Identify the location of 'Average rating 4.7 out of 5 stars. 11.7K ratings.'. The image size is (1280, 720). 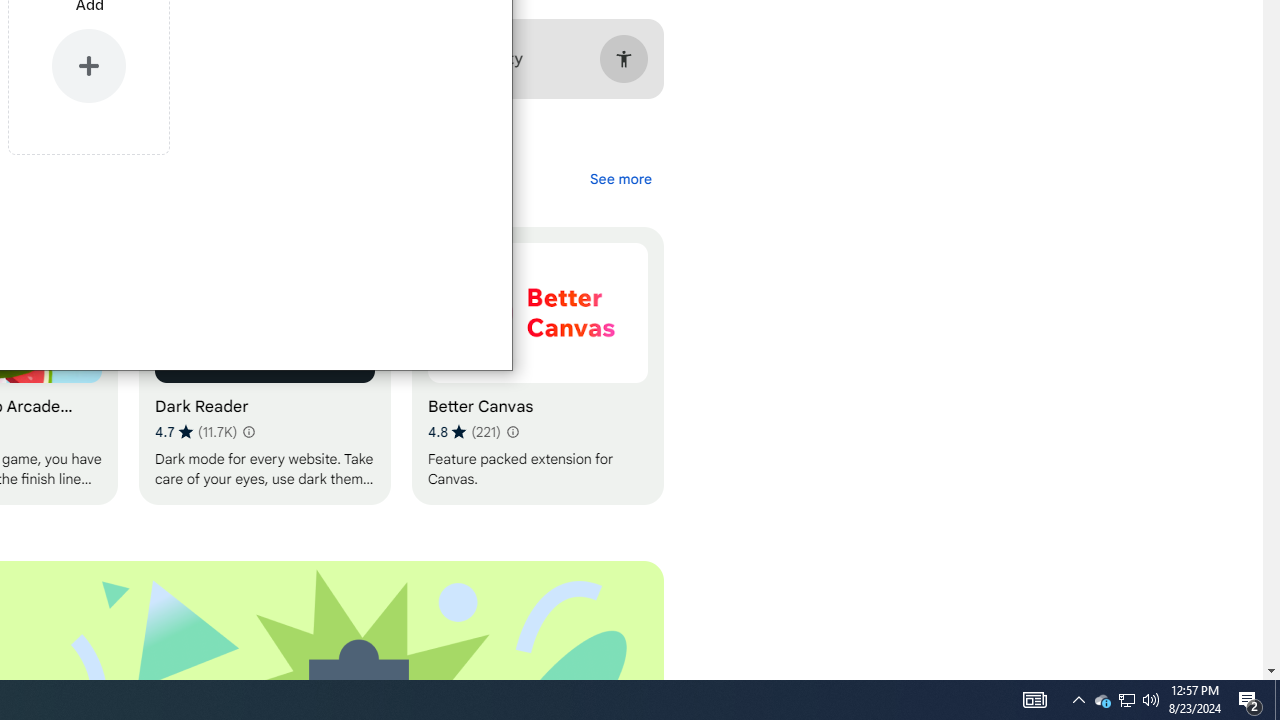
(195, 431).